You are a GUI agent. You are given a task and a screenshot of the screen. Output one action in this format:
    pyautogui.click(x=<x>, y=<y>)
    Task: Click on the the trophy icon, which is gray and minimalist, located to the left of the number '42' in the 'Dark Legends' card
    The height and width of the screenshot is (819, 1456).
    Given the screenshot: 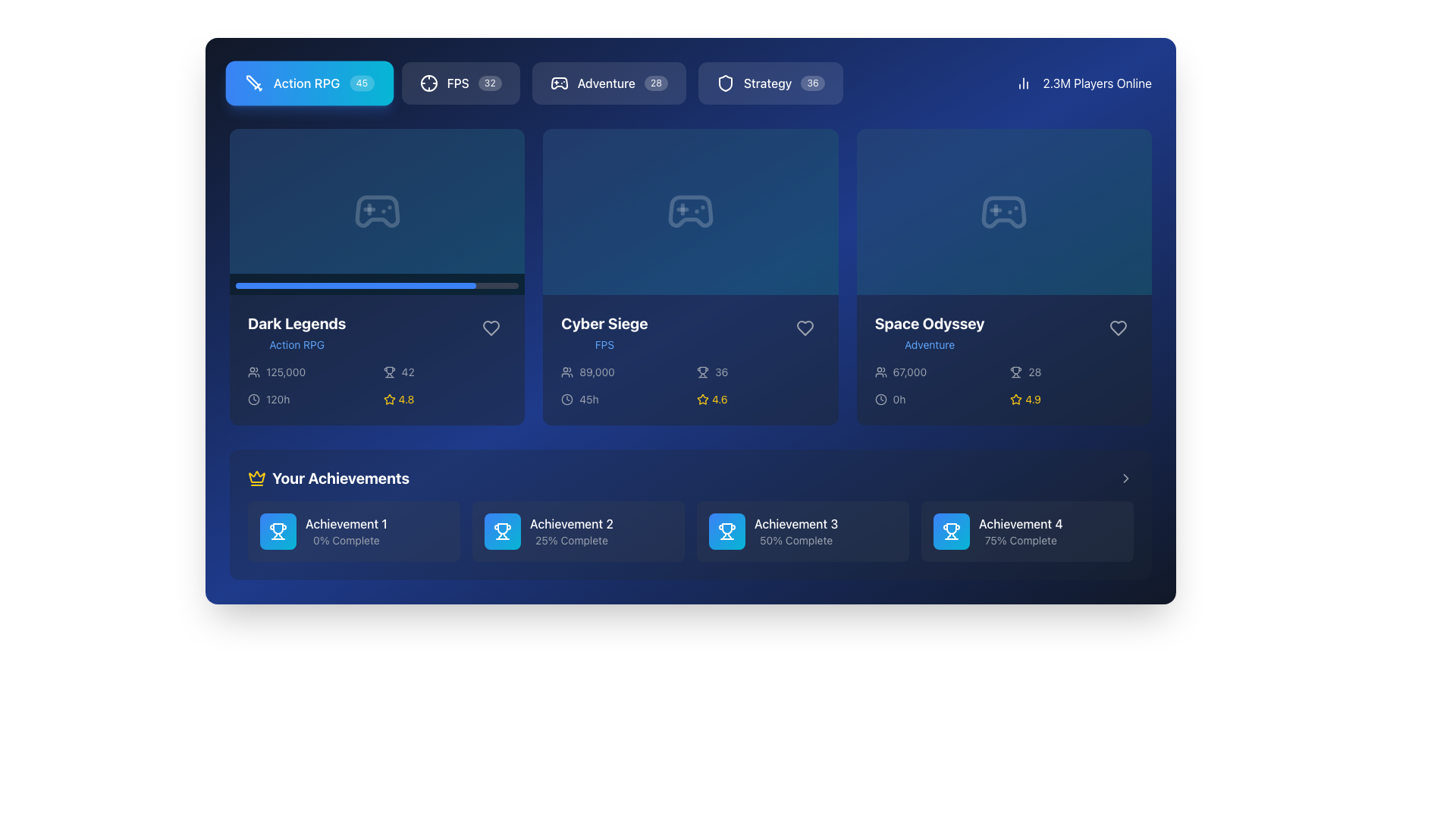 What is the action you would take?
    pyautogui.click(x=389, y=372)
    